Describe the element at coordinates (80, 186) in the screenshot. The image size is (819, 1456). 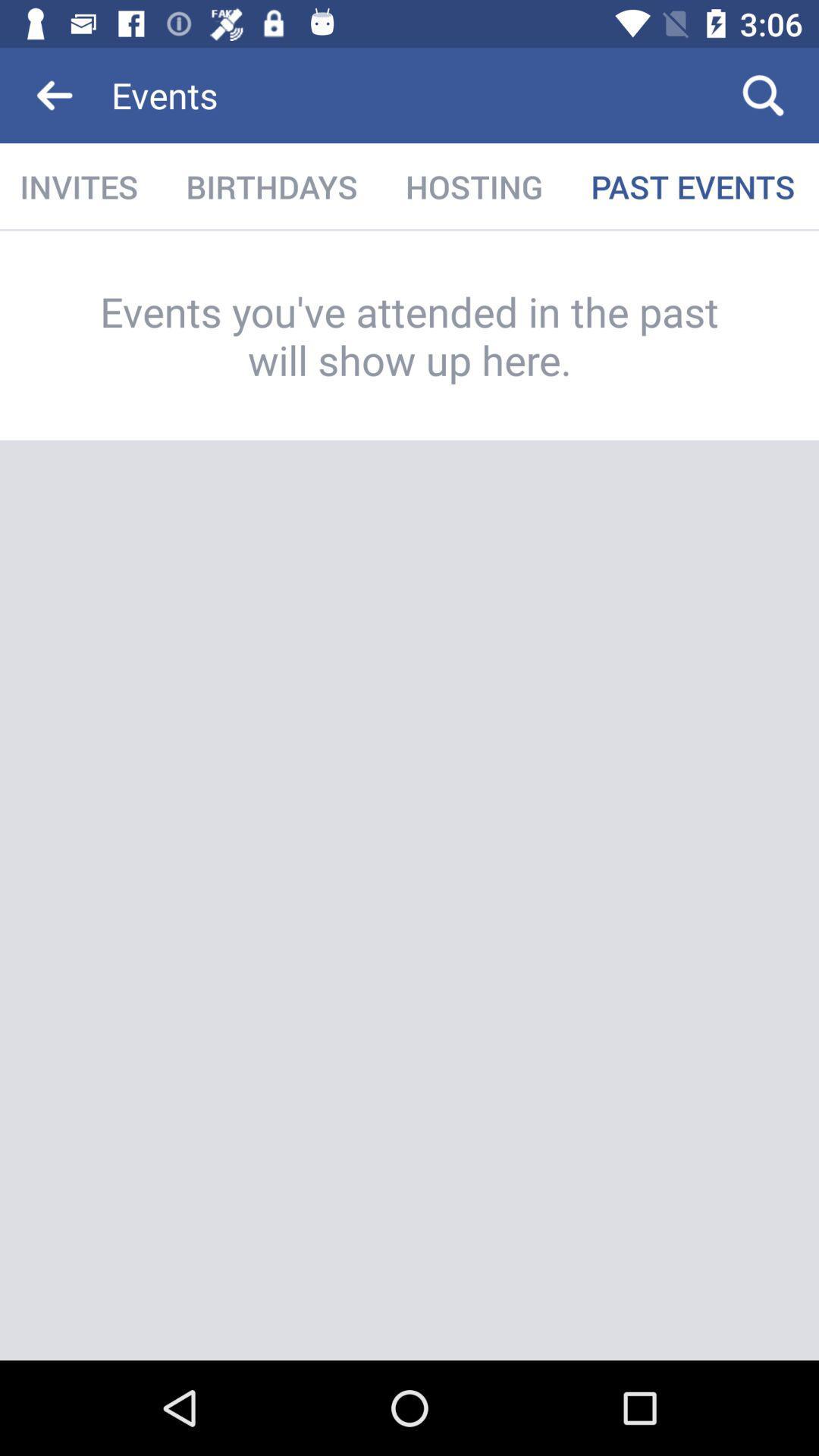
I see `the icon above events you ve` at that location.